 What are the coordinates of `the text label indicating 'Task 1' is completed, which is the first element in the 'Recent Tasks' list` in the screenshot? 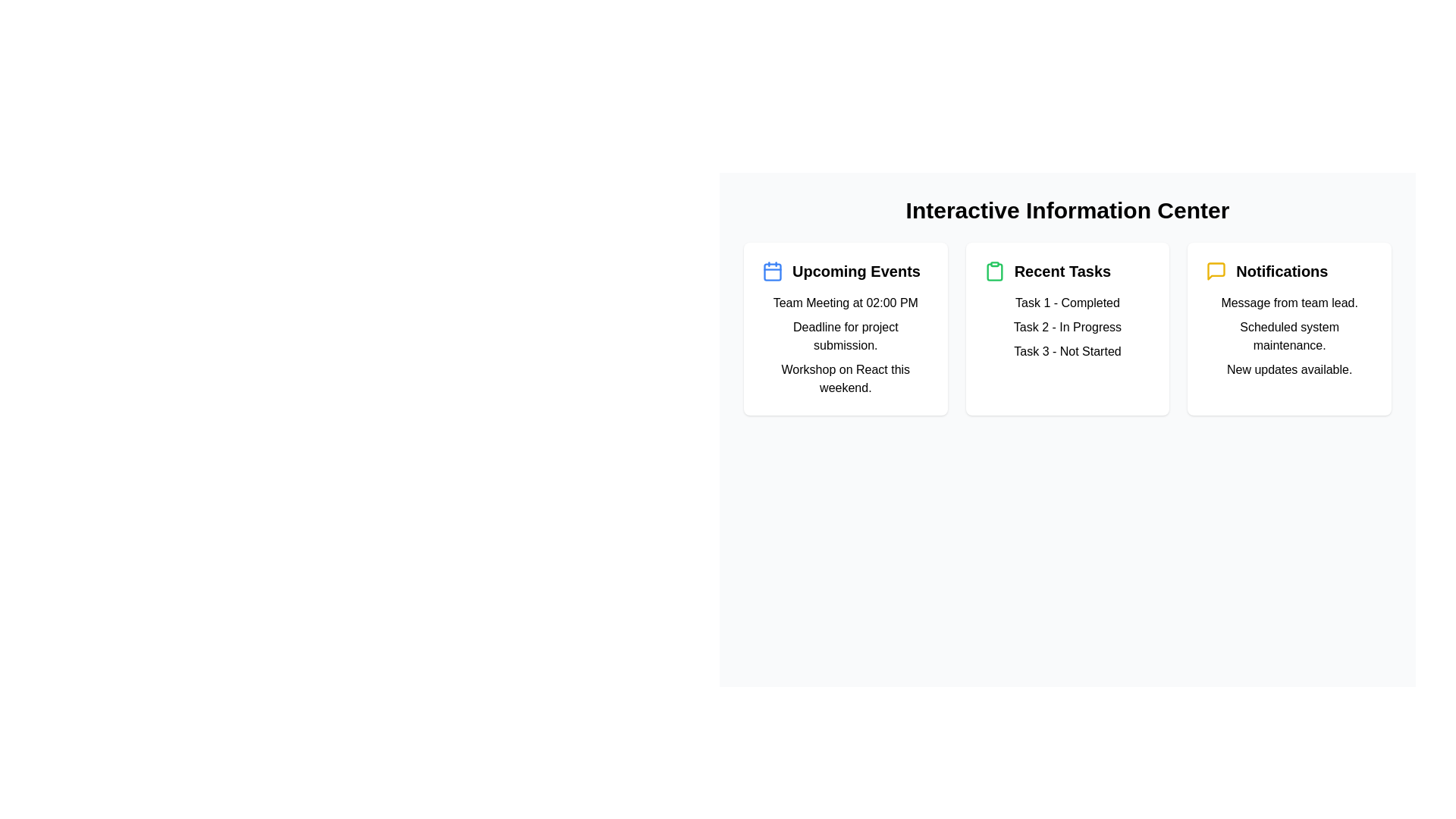 It's located at (1066, 303).